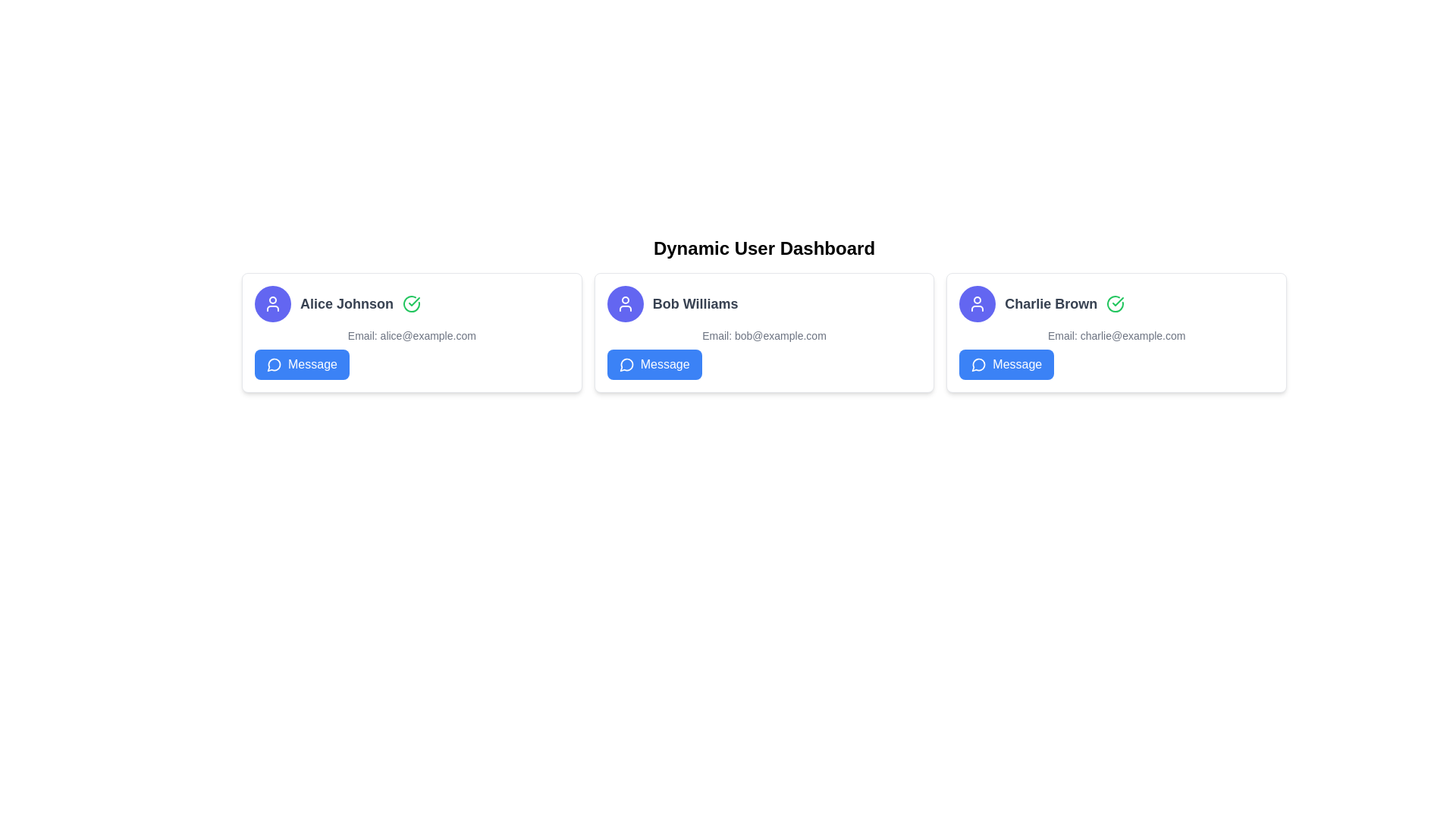  What do you see at coordinates (977, 304) in the screenshot?
I see `the circular, indigo-colored profile avatar icon, which is located to the left of the name 'Charlie Brown' and has a white outline of a user figure at its center` at bounding box center [977, 304].